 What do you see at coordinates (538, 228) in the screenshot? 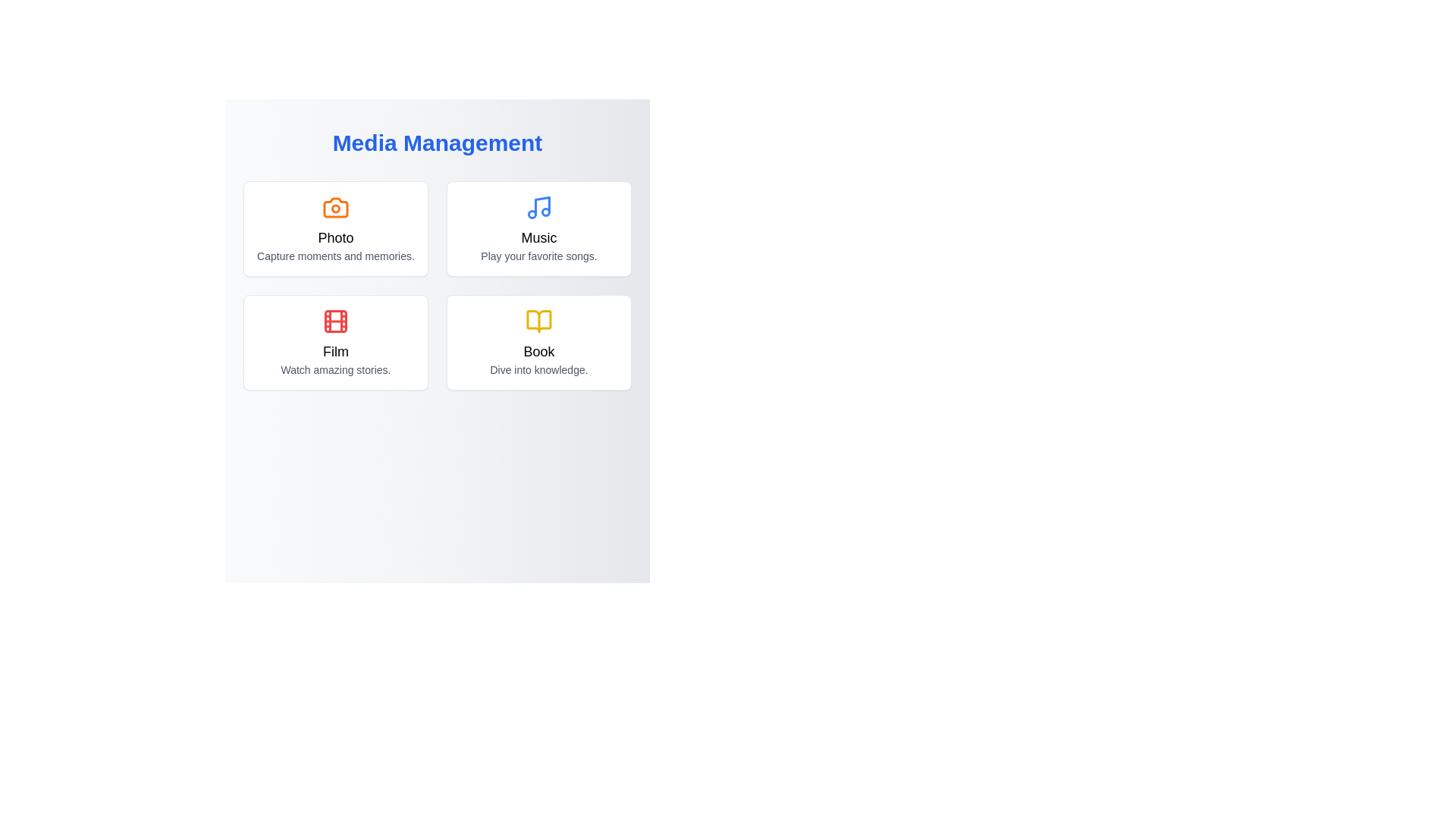
I see `the interactive card` at bounding box center [538, 228].